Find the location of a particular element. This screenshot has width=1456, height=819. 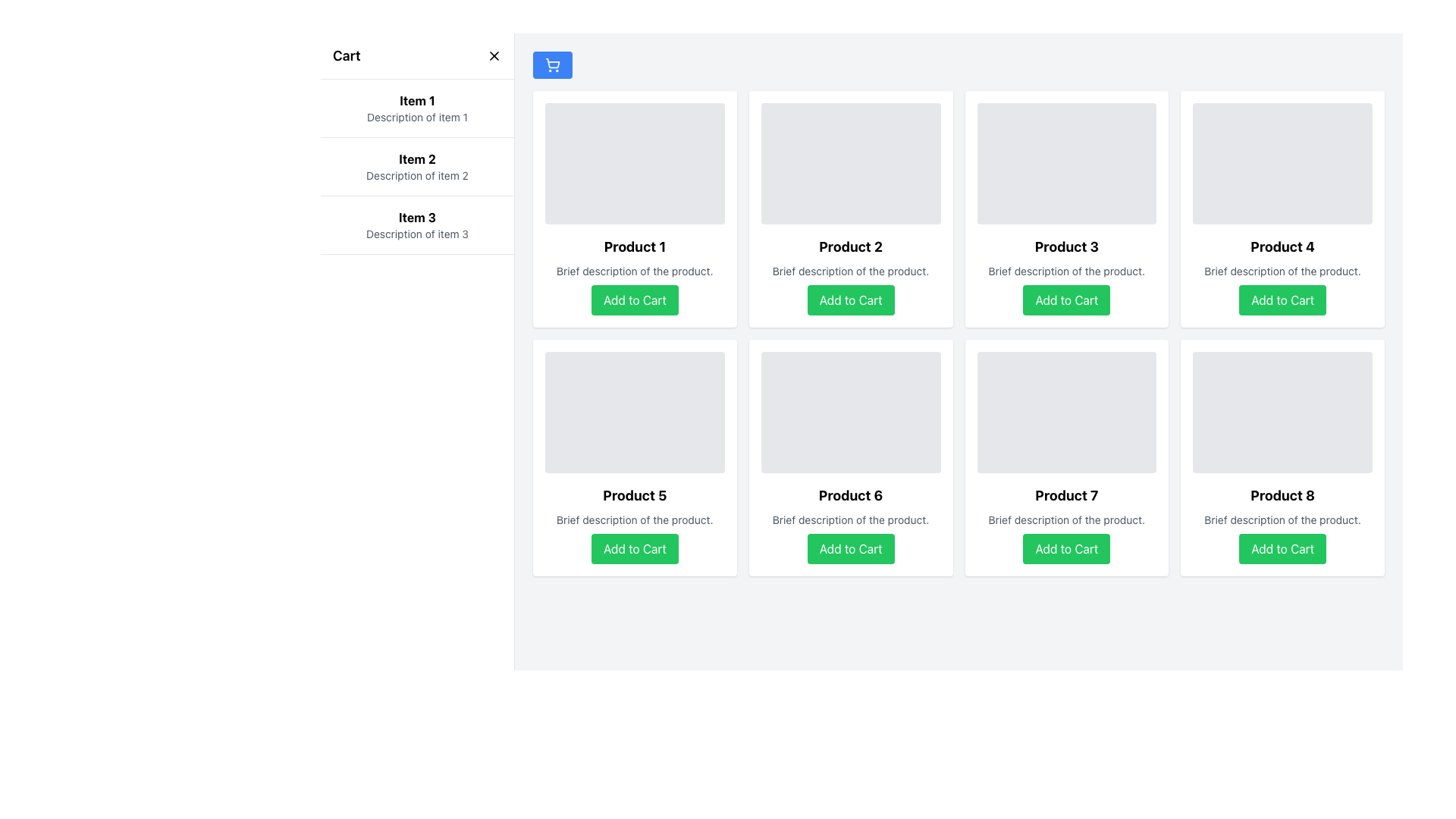

the image placeholder for 'Product 7', which is located at the top of its card in the bottom row, third column of a 4x2 grid is located at coordinates (1065, 412).